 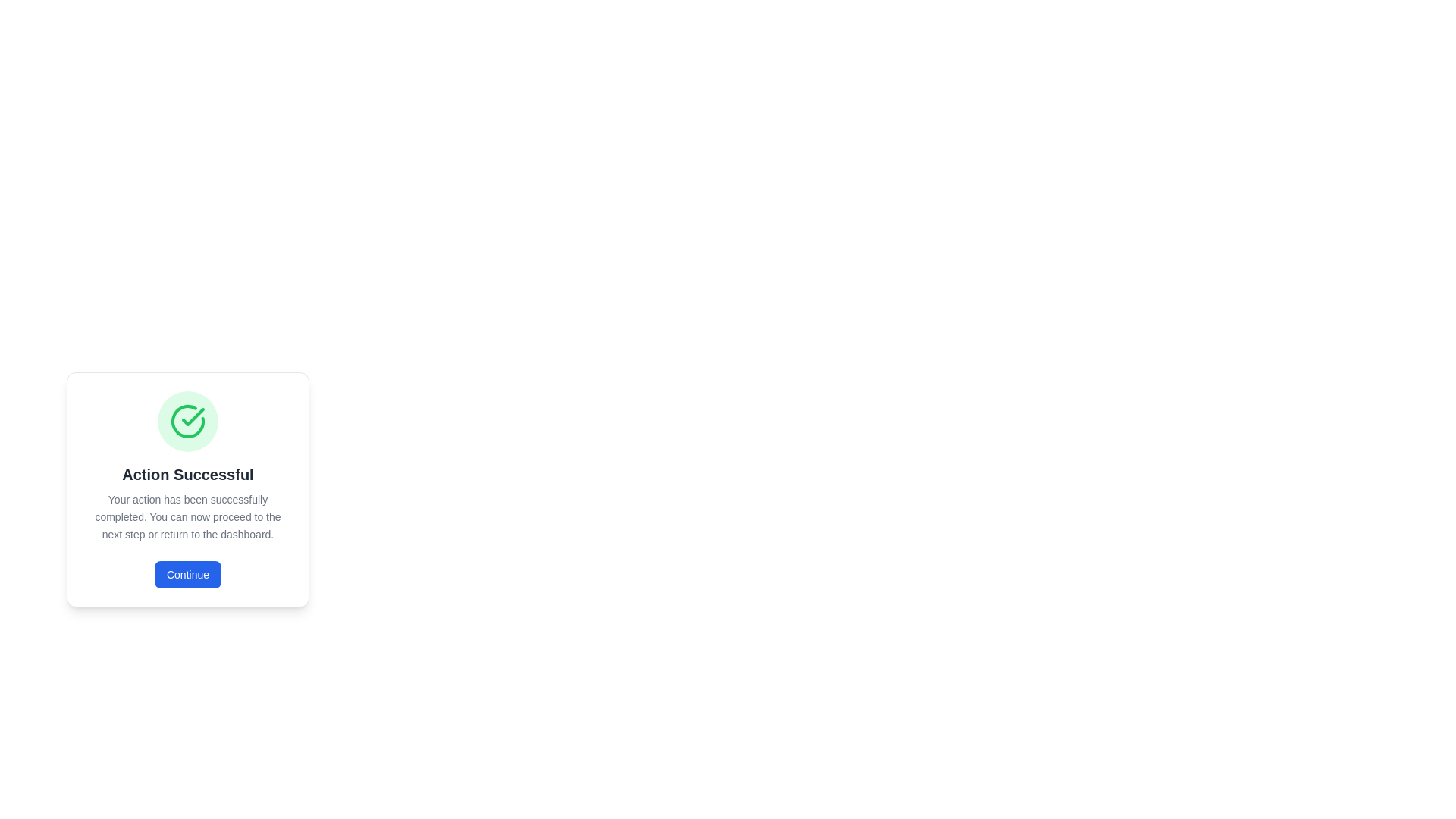 What do you see at coordinates (187, 421) in the screenshot?
I see `the Confirmation Checkmark icon, which is a green circle with a checkmark inside, located above the text 'Action Successful'` at bounding box center [187, 421].